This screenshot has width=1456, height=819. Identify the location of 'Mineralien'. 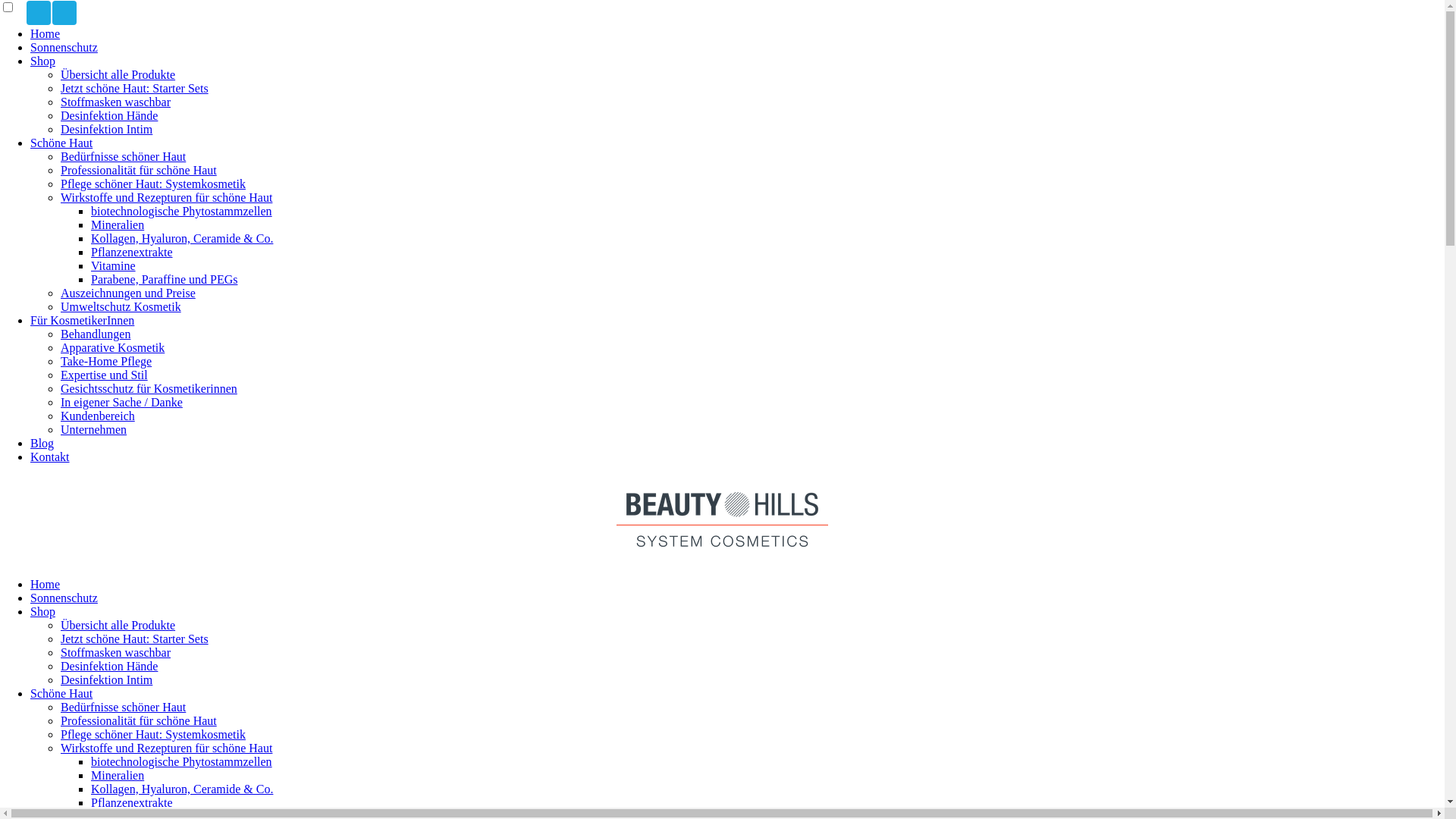
(116, 775).